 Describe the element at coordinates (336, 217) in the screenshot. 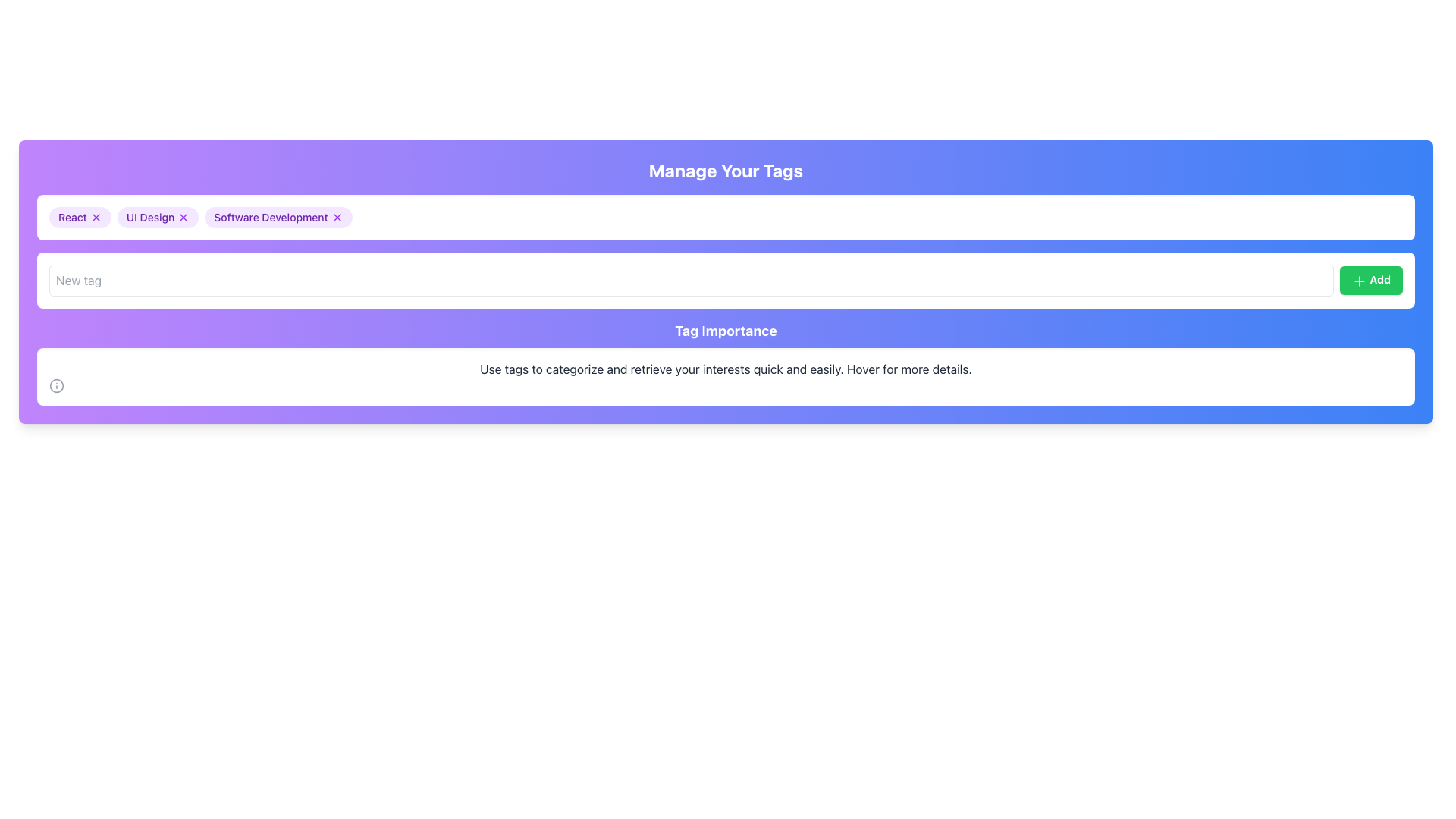

I see `the close button located to the right of the 'Software Development' label within the third tag of the row` at that location.